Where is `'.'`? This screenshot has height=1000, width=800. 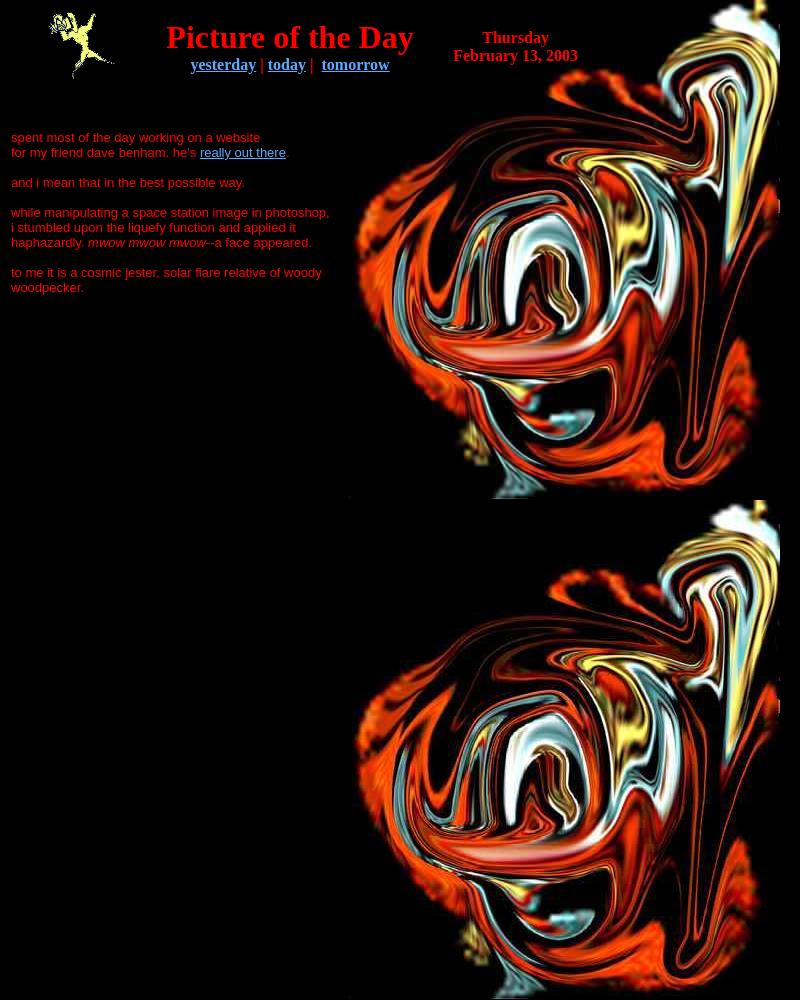
'.' is located at coordinates (287, 152).